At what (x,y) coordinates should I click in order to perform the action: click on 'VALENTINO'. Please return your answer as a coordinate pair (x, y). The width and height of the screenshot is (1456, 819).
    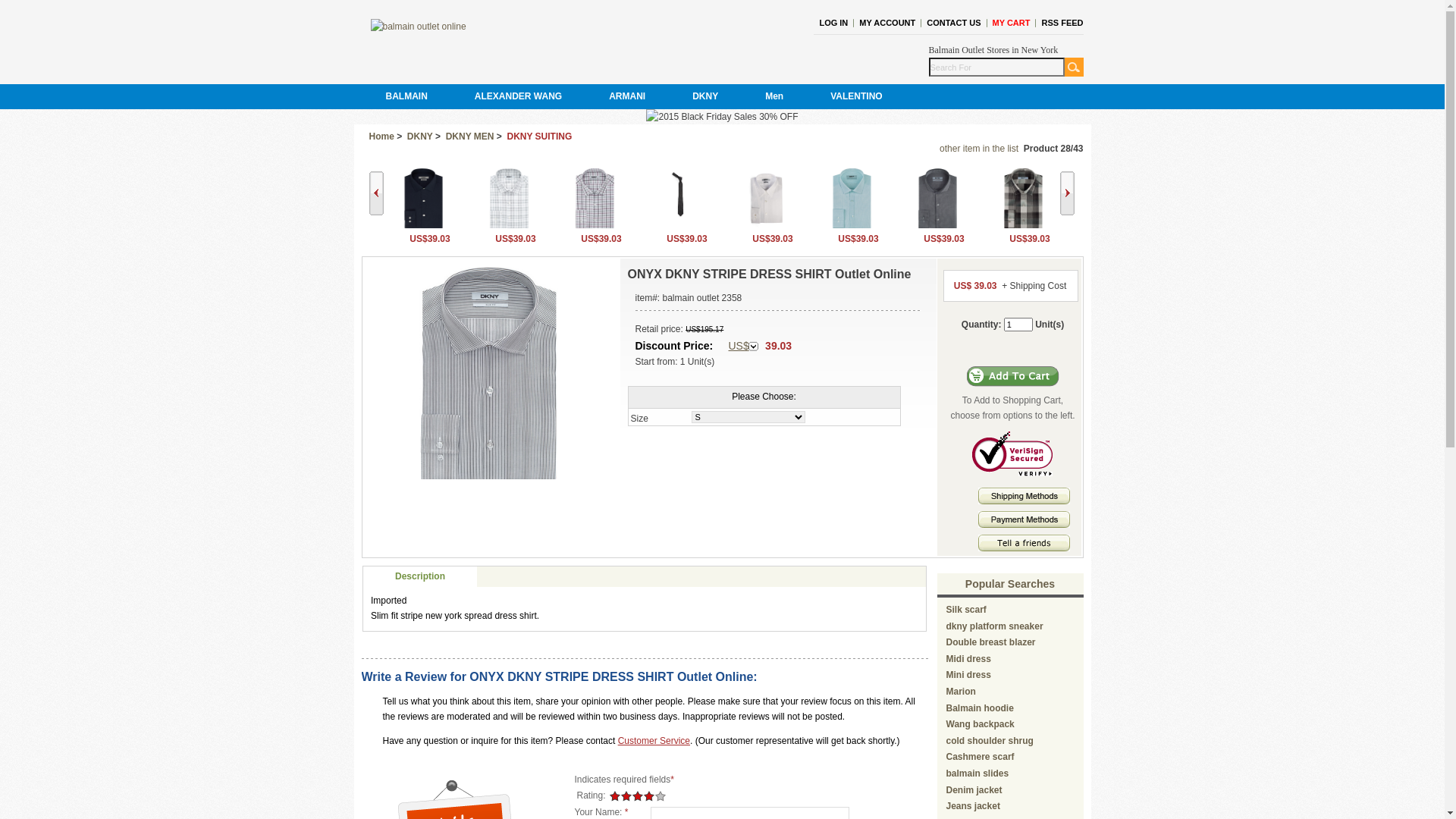
    Looking at the image, I should click on (855, 96).